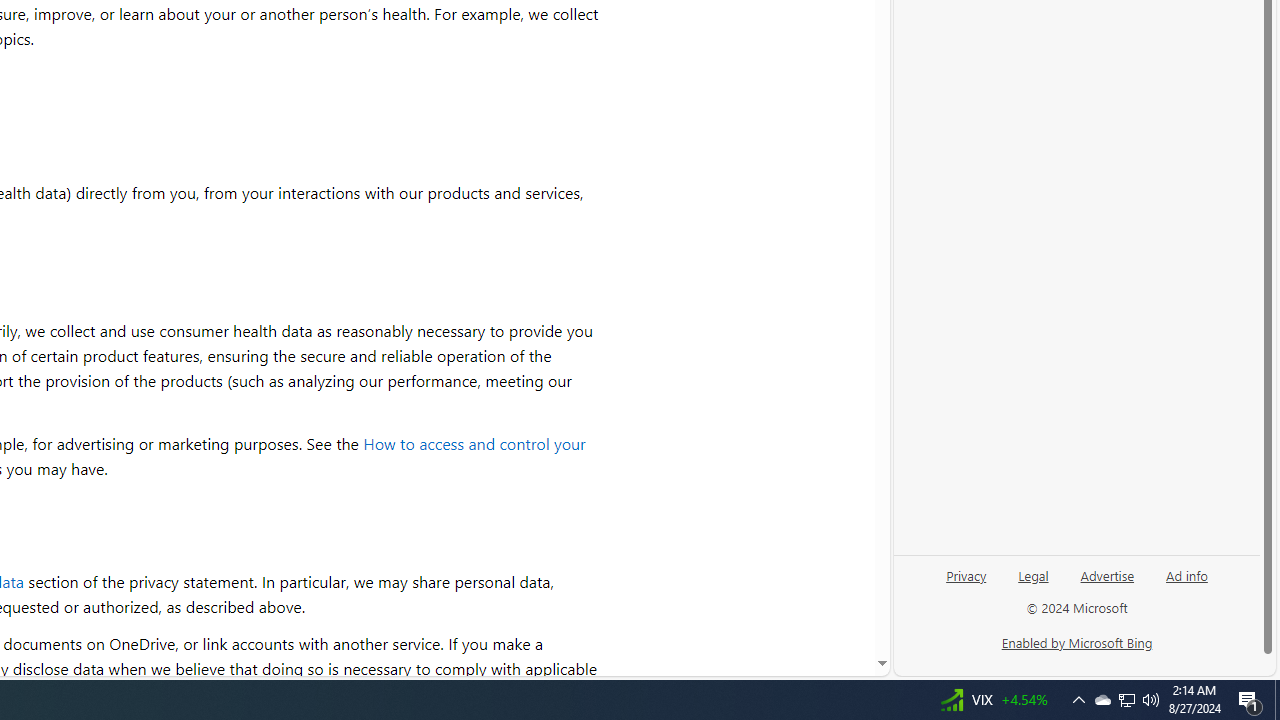 The image size is (1280, 720). I want to click on 'Legal', so click(1033, 583).